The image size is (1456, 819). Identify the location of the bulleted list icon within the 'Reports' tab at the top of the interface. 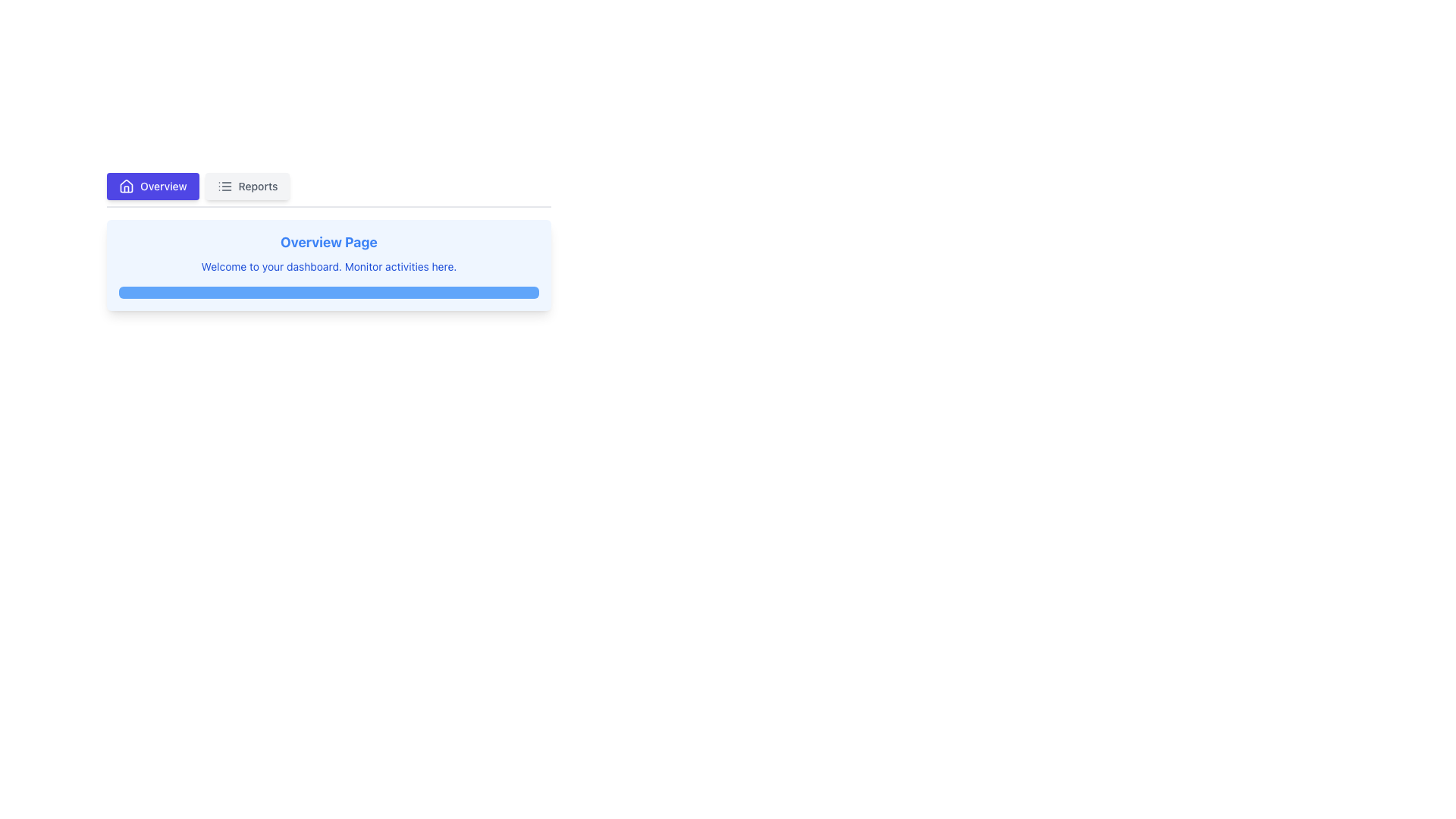
(224, 186).